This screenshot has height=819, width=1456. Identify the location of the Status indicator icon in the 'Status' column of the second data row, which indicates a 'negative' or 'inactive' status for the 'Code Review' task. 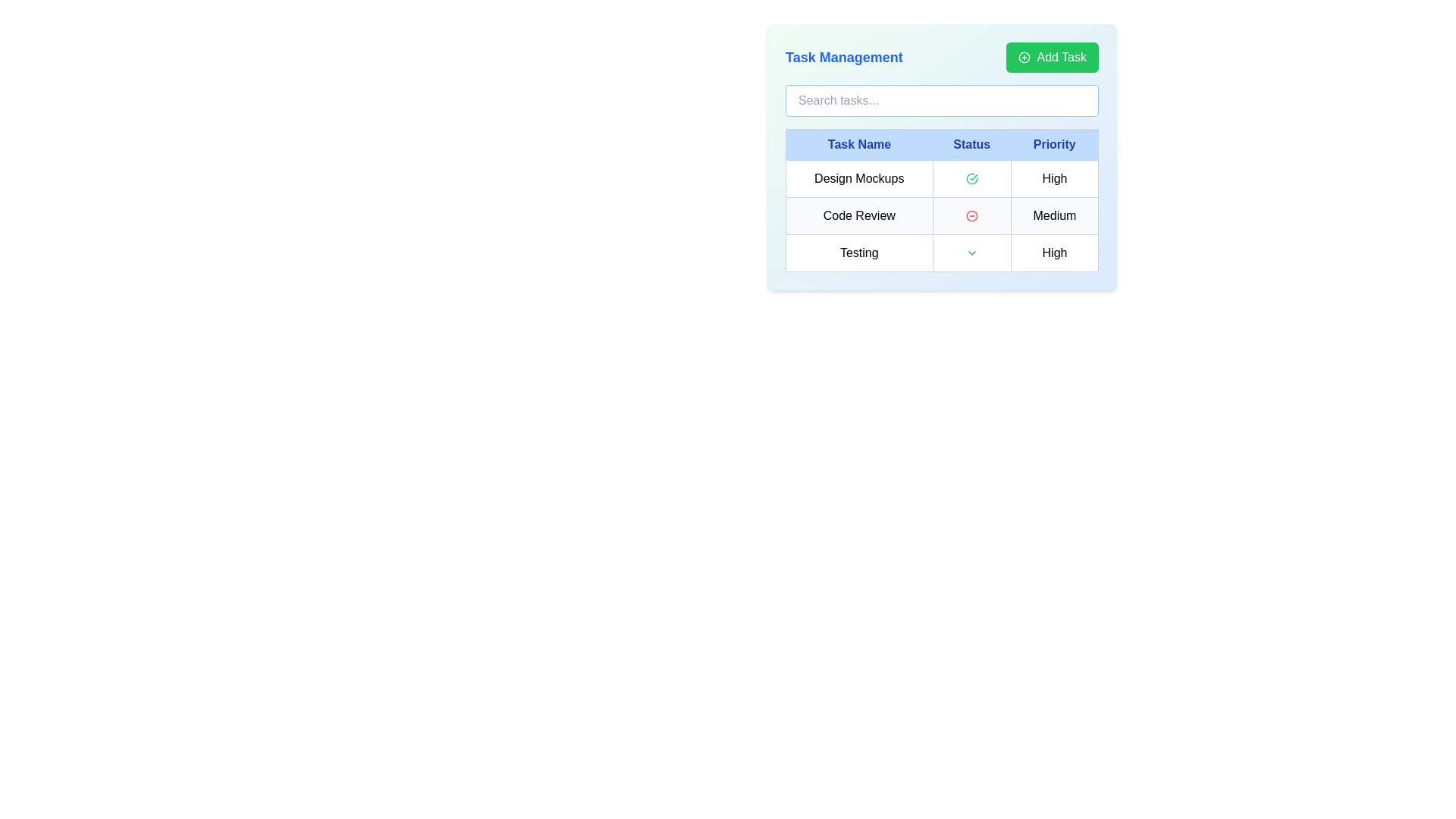
(971, 216).